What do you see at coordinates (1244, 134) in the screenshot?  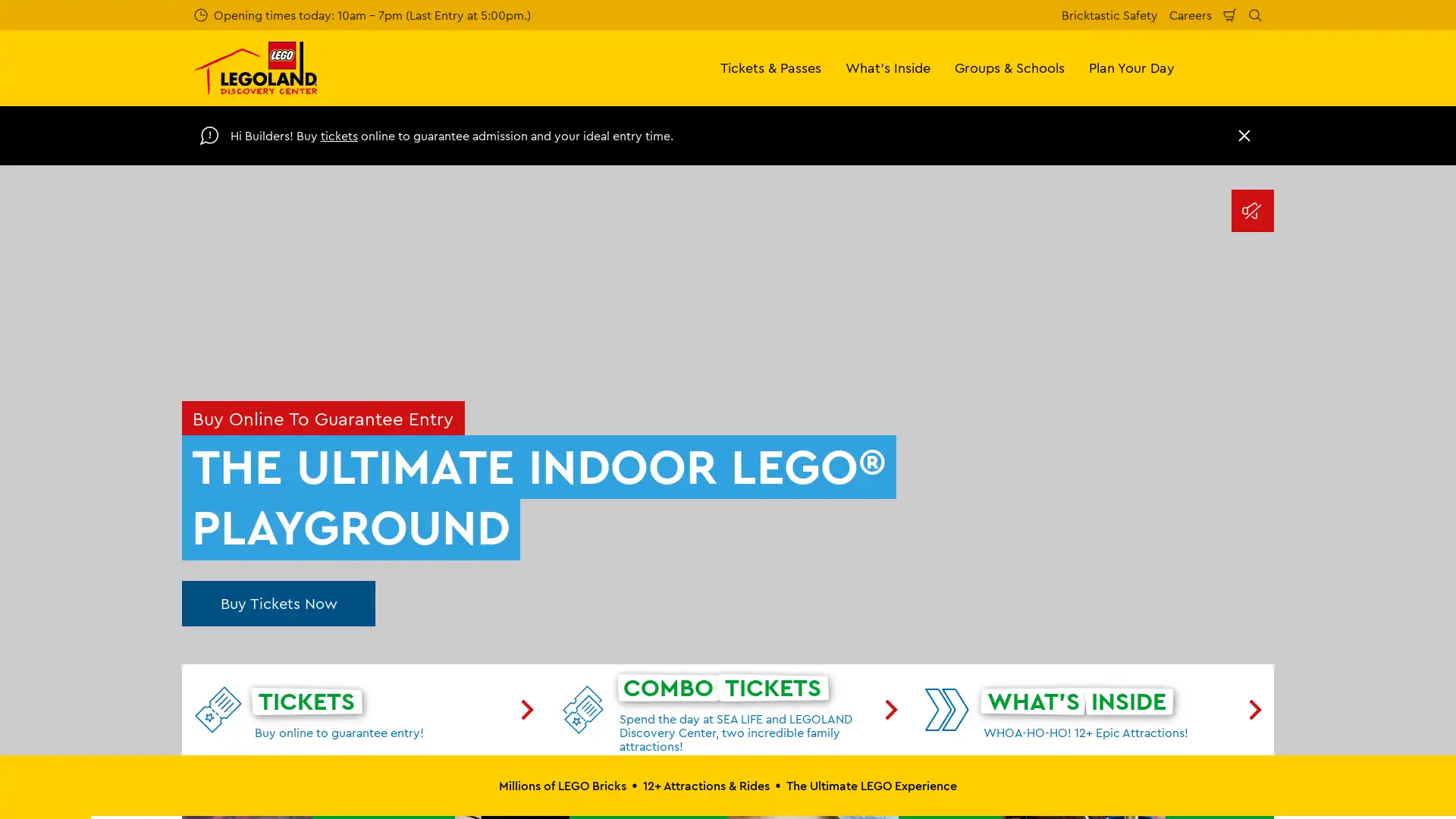 I see `Close` at bounding box center [1244, 134].